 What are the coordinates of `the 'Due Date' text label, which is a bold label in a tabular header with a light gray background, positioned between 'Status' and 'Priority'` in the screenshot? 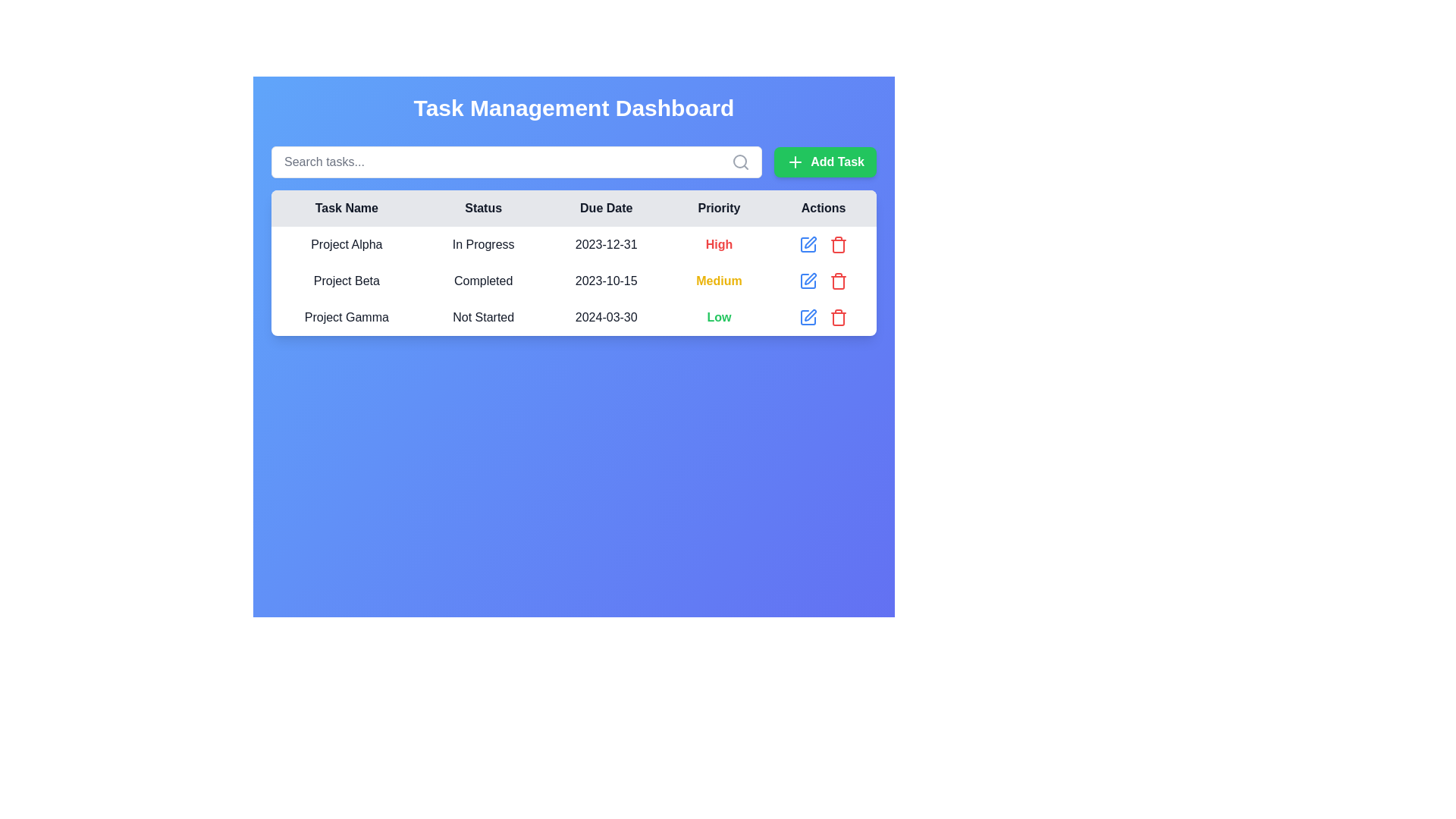 It's located at (605, 208).